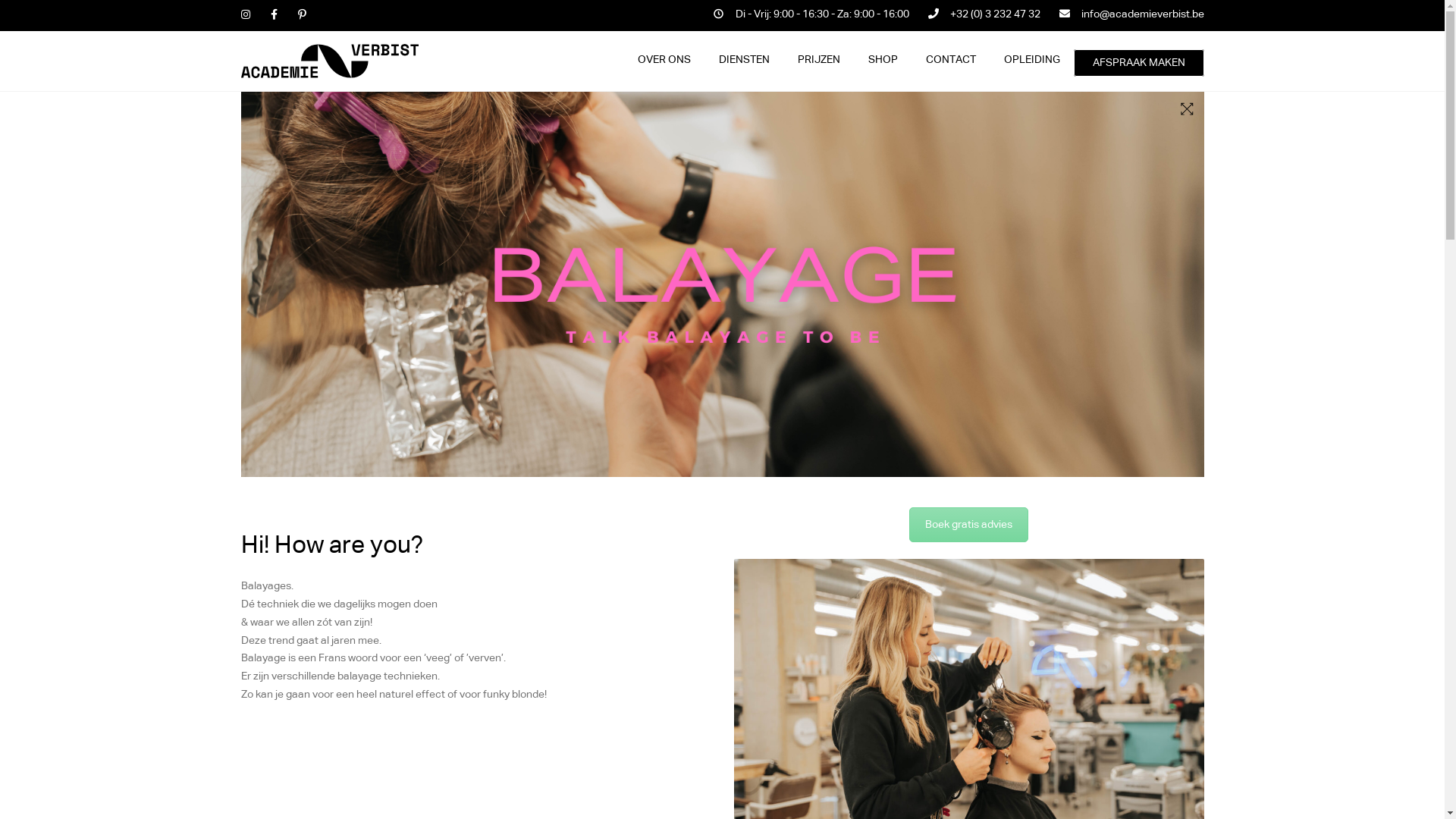 The width and height of the screenshot is (1456, 819). Describe the element at coordinates (1031, 60) in the screenshot. I see `'OPLEIDING'` at that location.